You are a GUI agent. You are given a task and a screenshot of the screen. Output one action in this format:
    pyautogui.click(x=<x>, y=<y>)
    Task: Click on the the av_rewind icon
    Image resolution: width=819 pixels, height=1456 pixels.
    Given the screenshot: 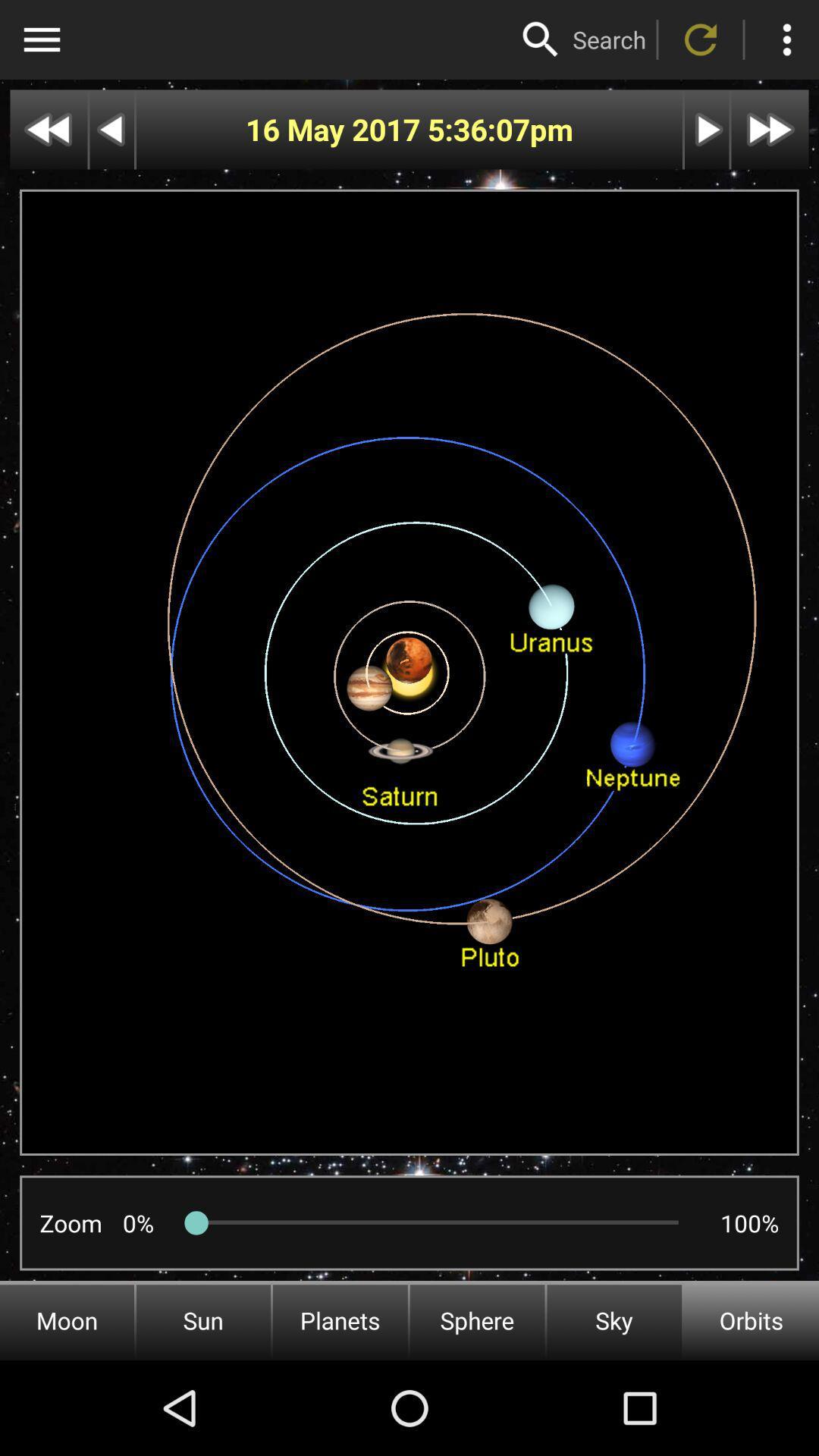 What is the action you would take?
    pyautogui.click(x=48, y=130)
    